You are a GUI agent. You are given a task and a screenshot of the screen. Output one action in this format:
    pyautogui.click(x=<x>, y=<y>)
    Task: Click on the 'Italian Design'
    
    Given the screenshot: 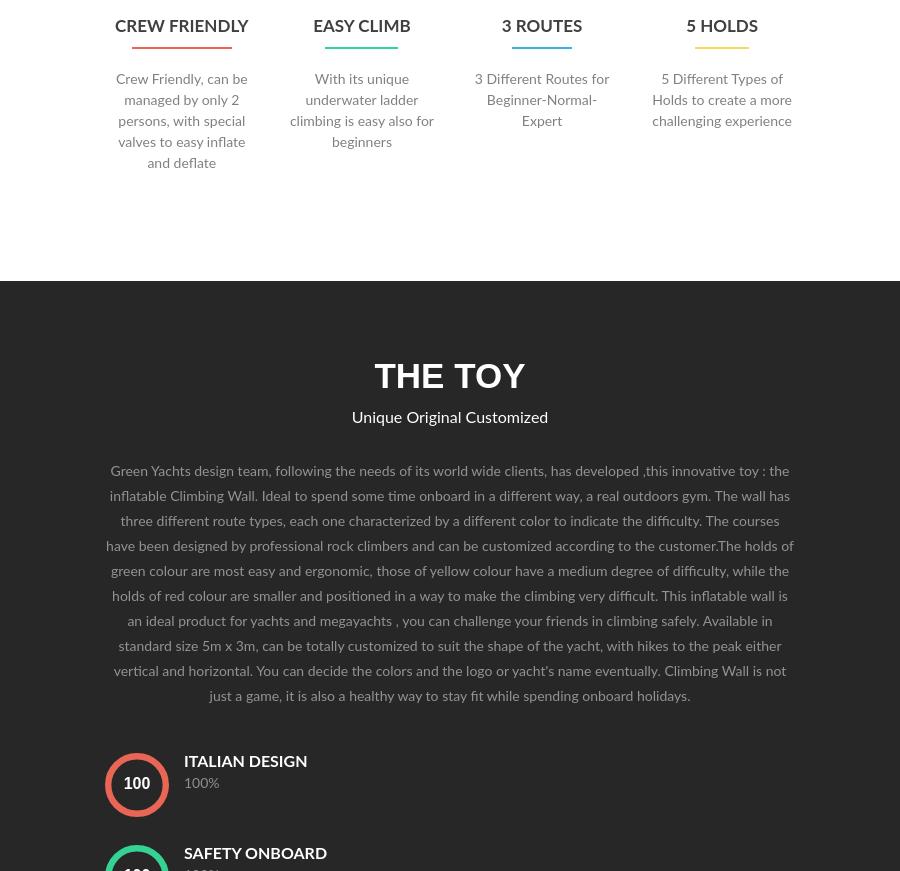 What is the action you would take?
    pyautogui.click(x=244, y=760)
    